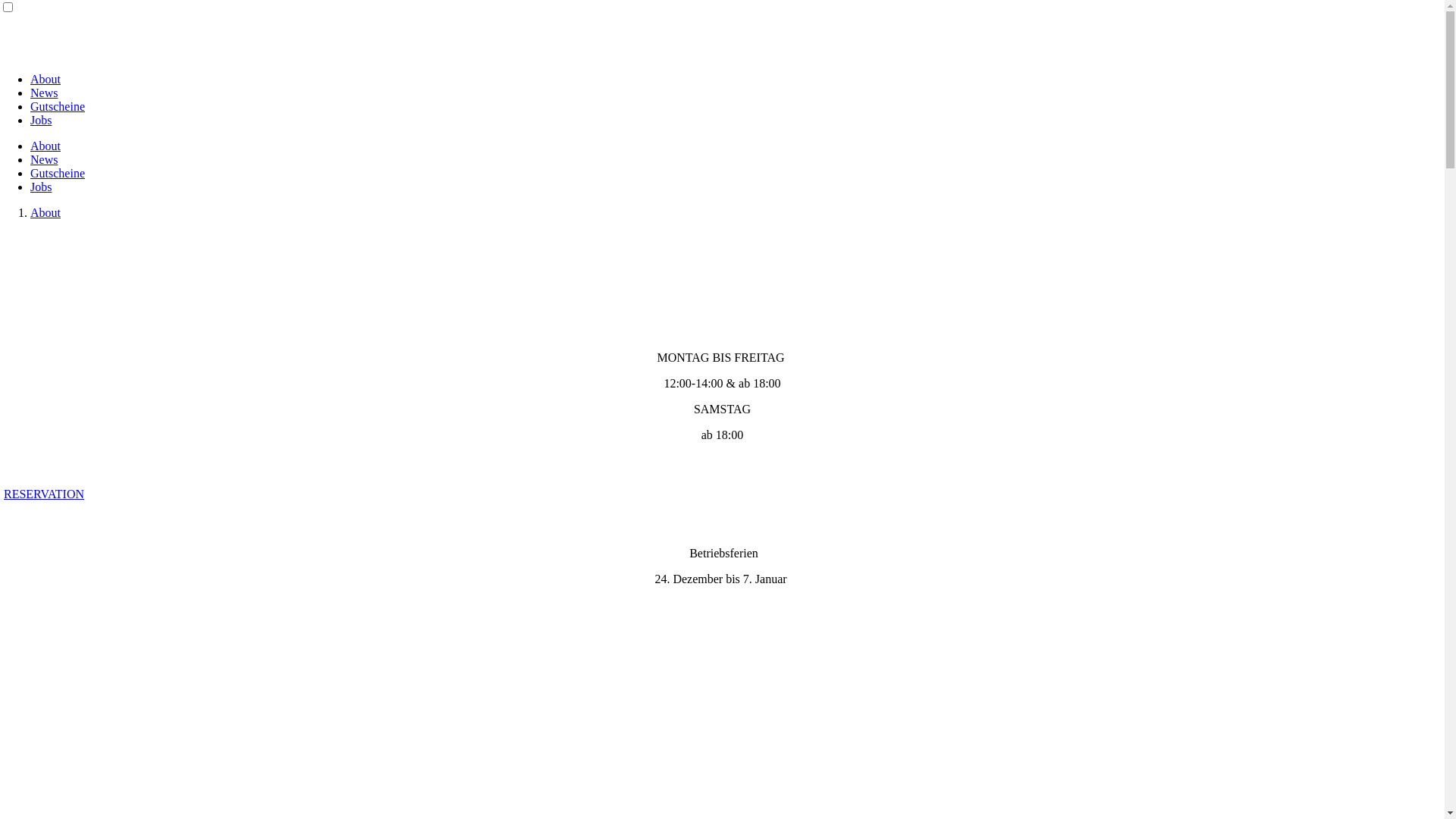 This screenshot has width=1456, height=819. Describe the element at coordinates (30, 212) in the screenshot. I see `'About'` at that location.